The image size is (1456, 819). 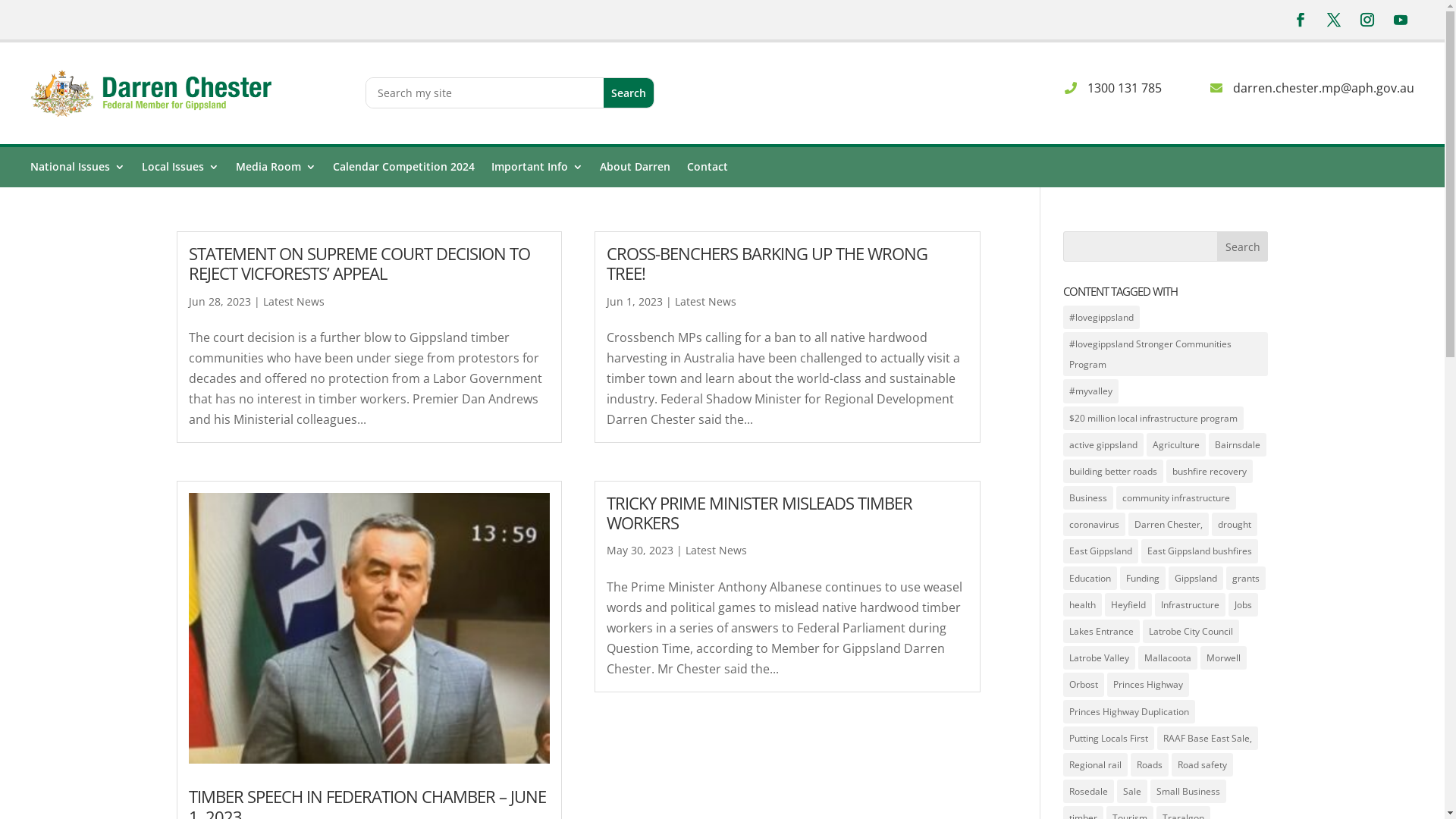 What do you see at coordinates (1190, 631) in the screenshot?
I see `'Latrobe City Council'` at bounding box center [1190, 631].